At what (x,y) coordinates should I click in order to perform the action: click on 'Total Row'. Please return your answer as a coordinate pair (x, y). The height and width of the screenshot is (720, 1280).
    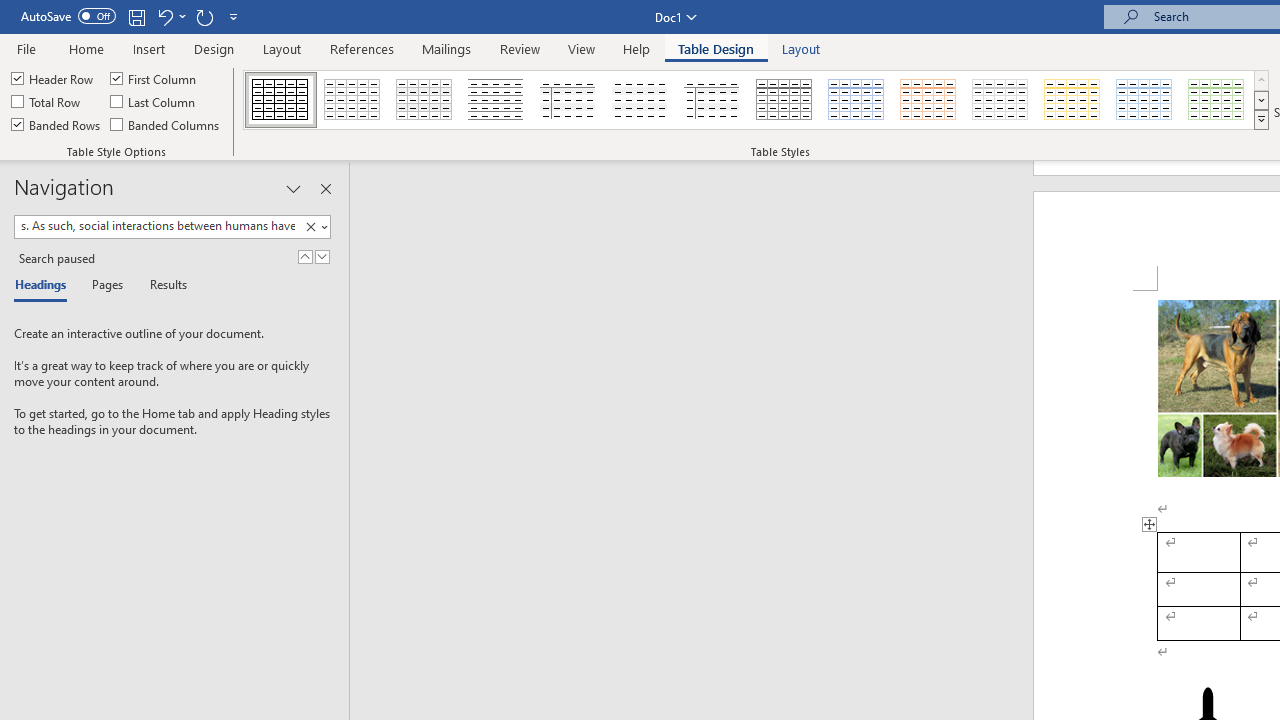
    Looking at the image, I should click on (47, 101).